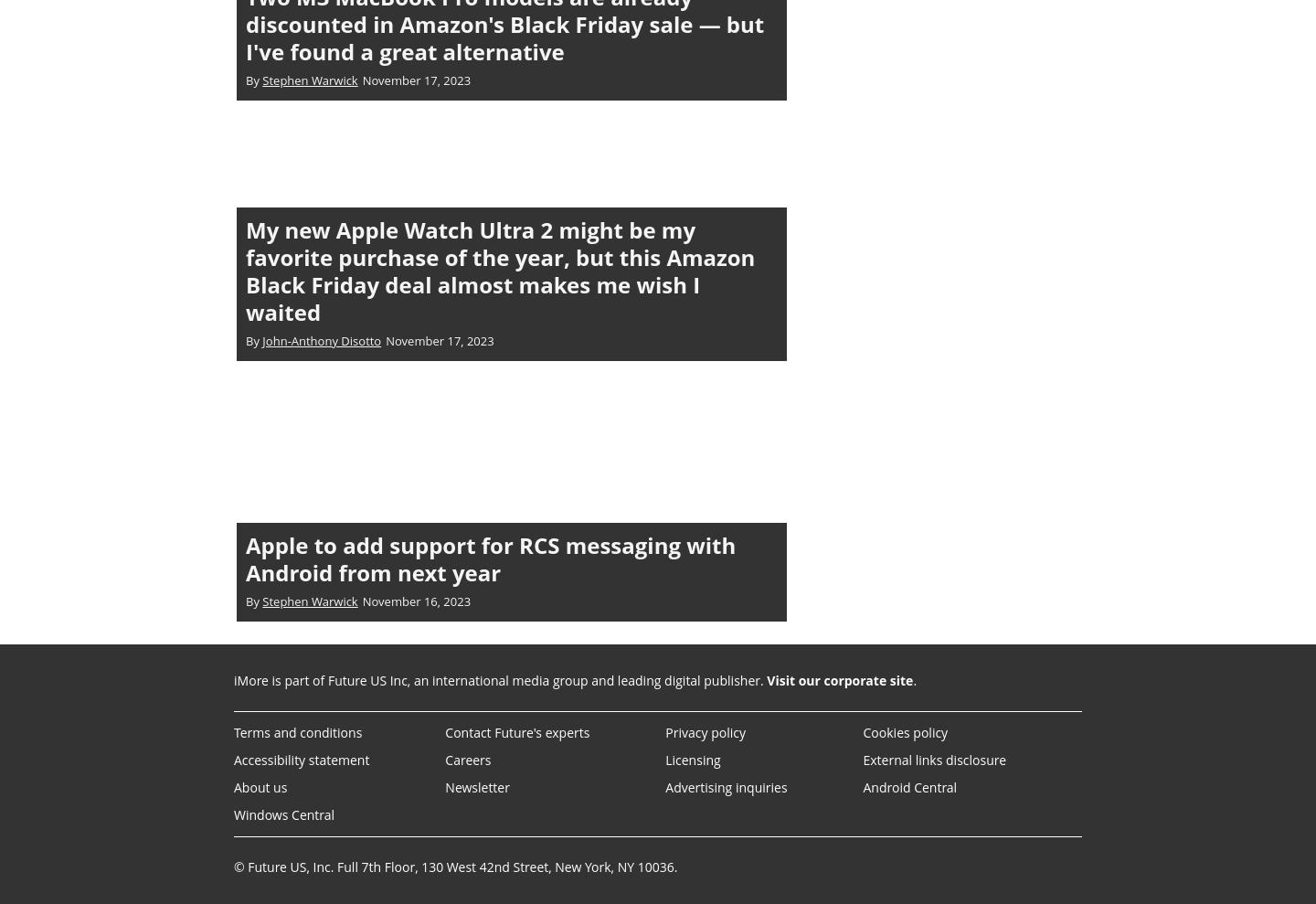 The width and height of the screenshot is (1316, 904). I want to click on 'Careers', so click(467, 759).